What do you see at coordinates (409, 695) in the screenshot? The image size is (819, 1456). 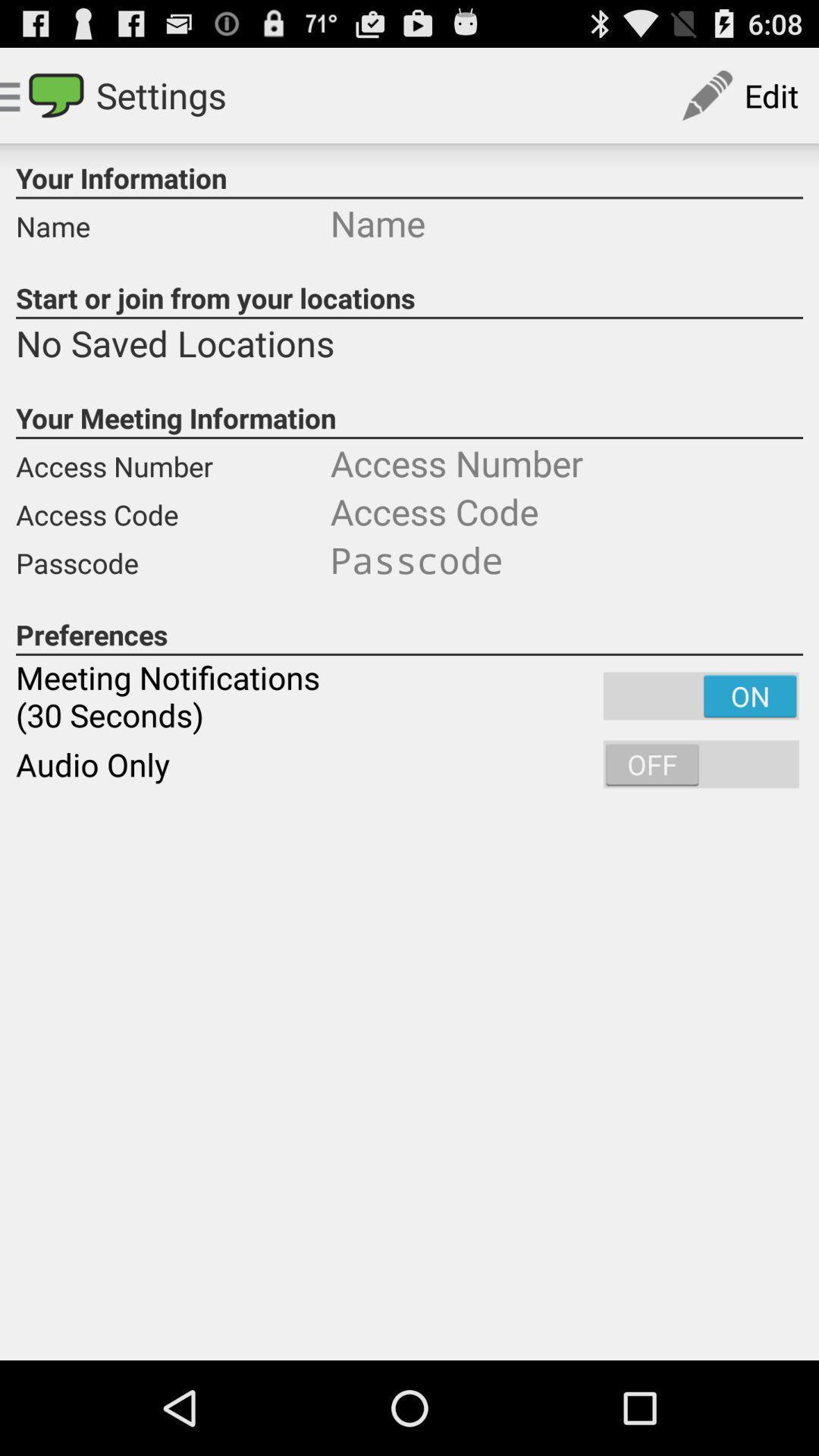 I see `icon above audio only icon` at bounding box center [409, 695].